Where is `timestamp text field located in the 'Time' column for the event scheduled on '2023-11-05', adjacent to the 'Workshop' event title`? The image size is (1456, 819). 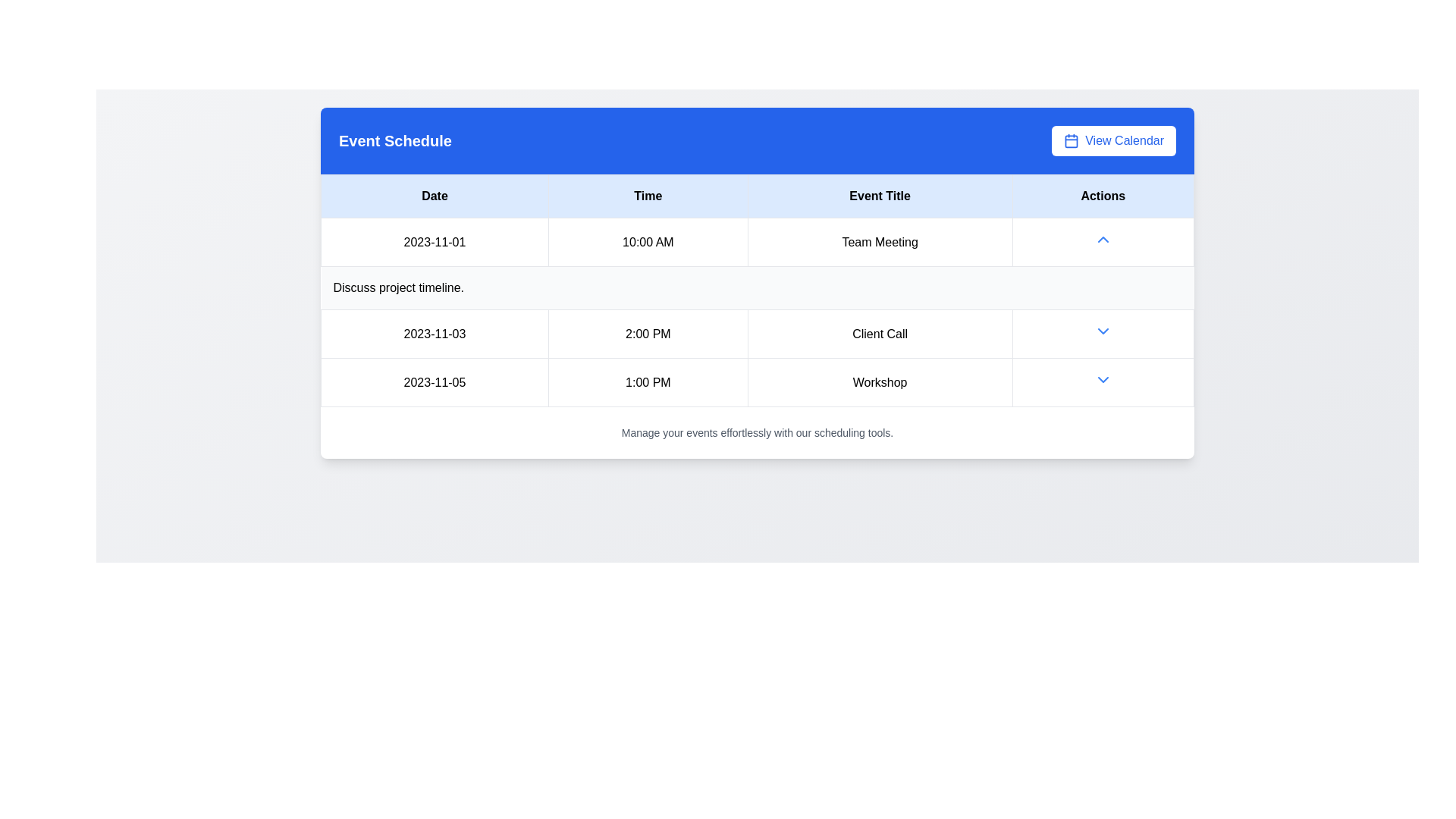
timestamp text field located in the 'Time' column for the event scheduled on '2023-11-05', adjacent to the 'Workshop' event title is located at coordinates (648, 381).